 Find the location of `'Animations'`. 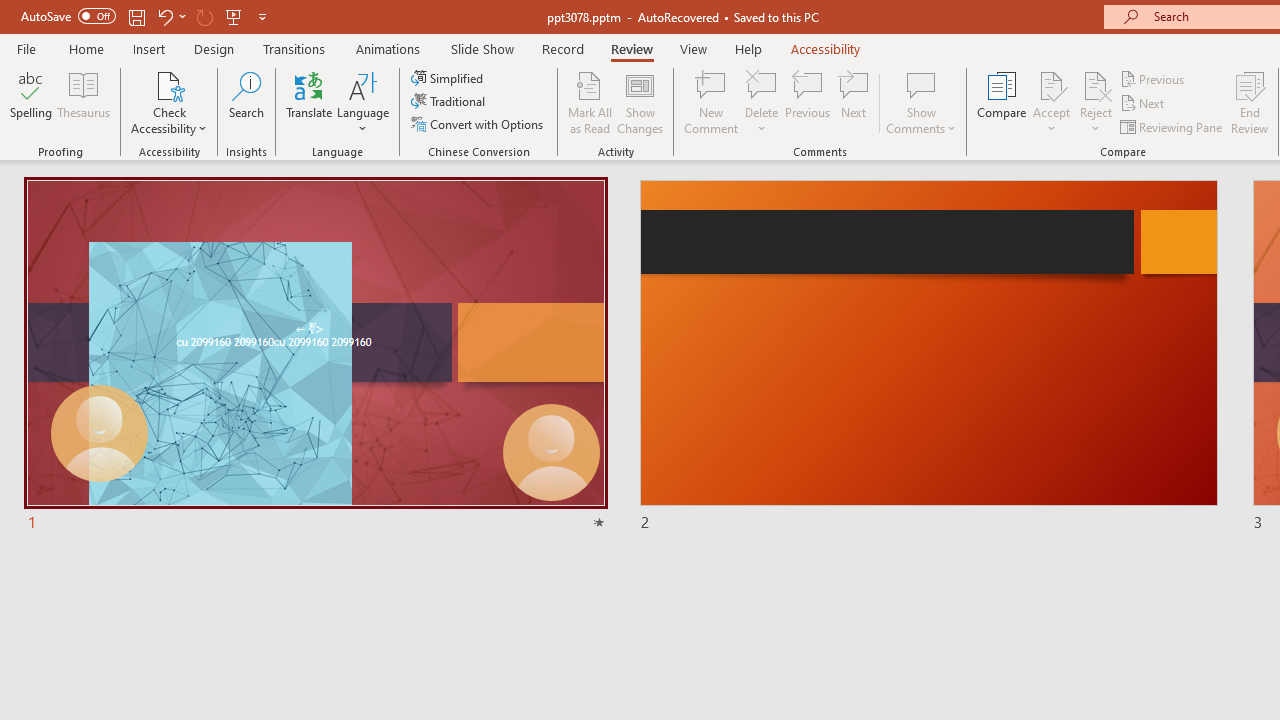

'Animations' is located at coordinates (388, 48).